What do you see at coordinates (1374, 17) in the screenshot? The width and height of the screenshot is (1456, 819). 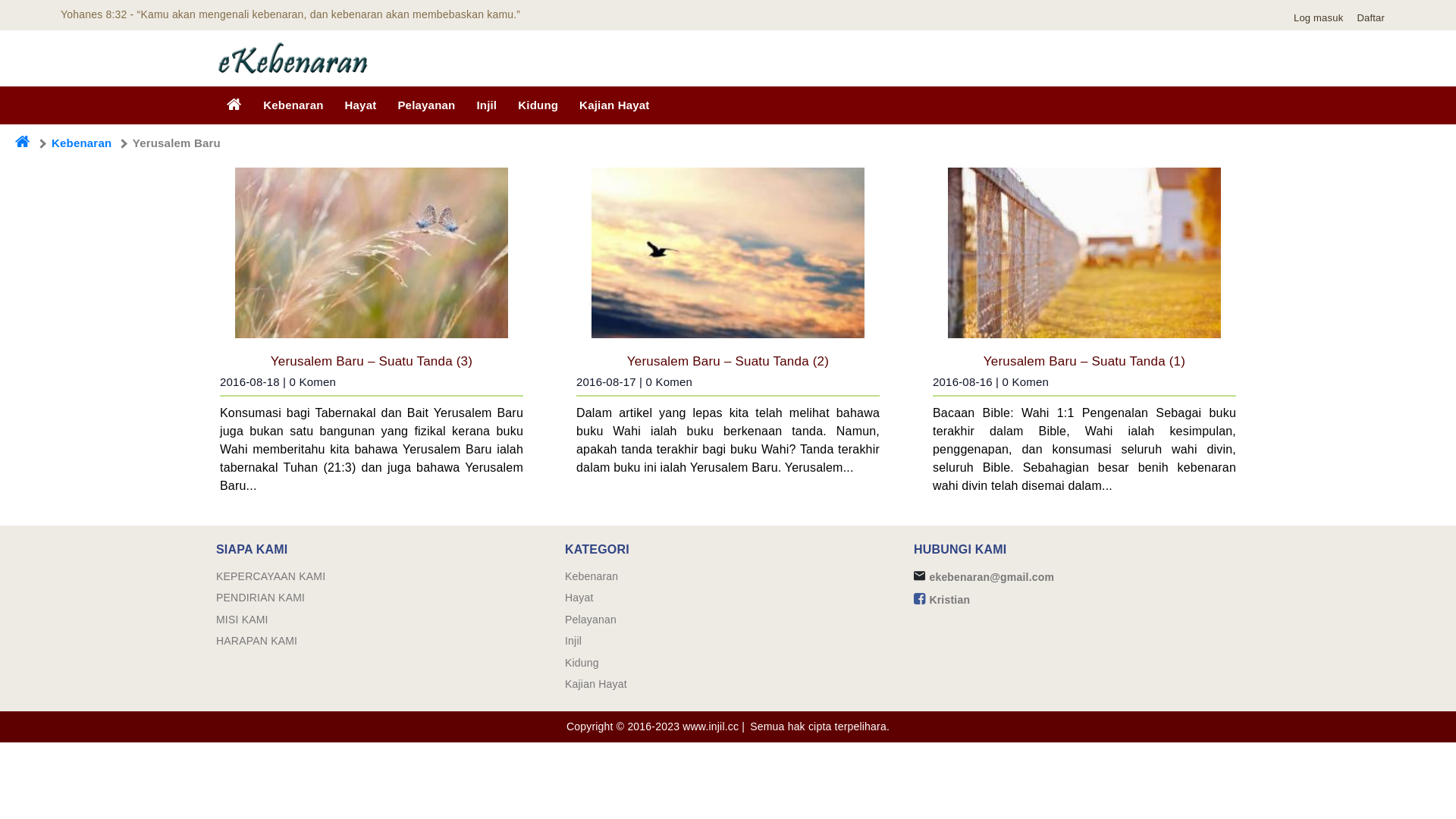 I see `'Daftar'` at bounding box center [1374, 17].